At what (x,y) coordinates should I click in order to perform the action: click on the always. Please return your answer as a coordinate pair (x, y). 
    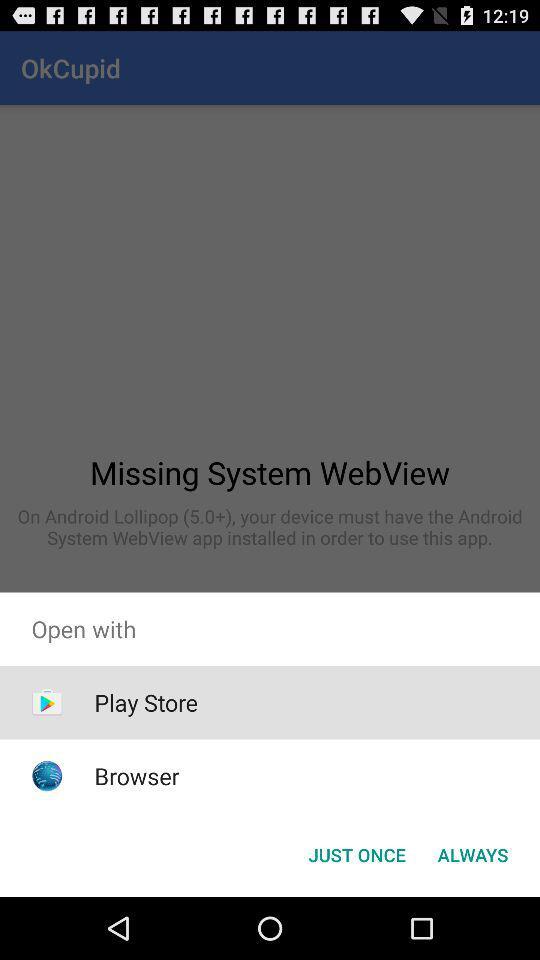
    Looking at the image, I should click on (472, 853).